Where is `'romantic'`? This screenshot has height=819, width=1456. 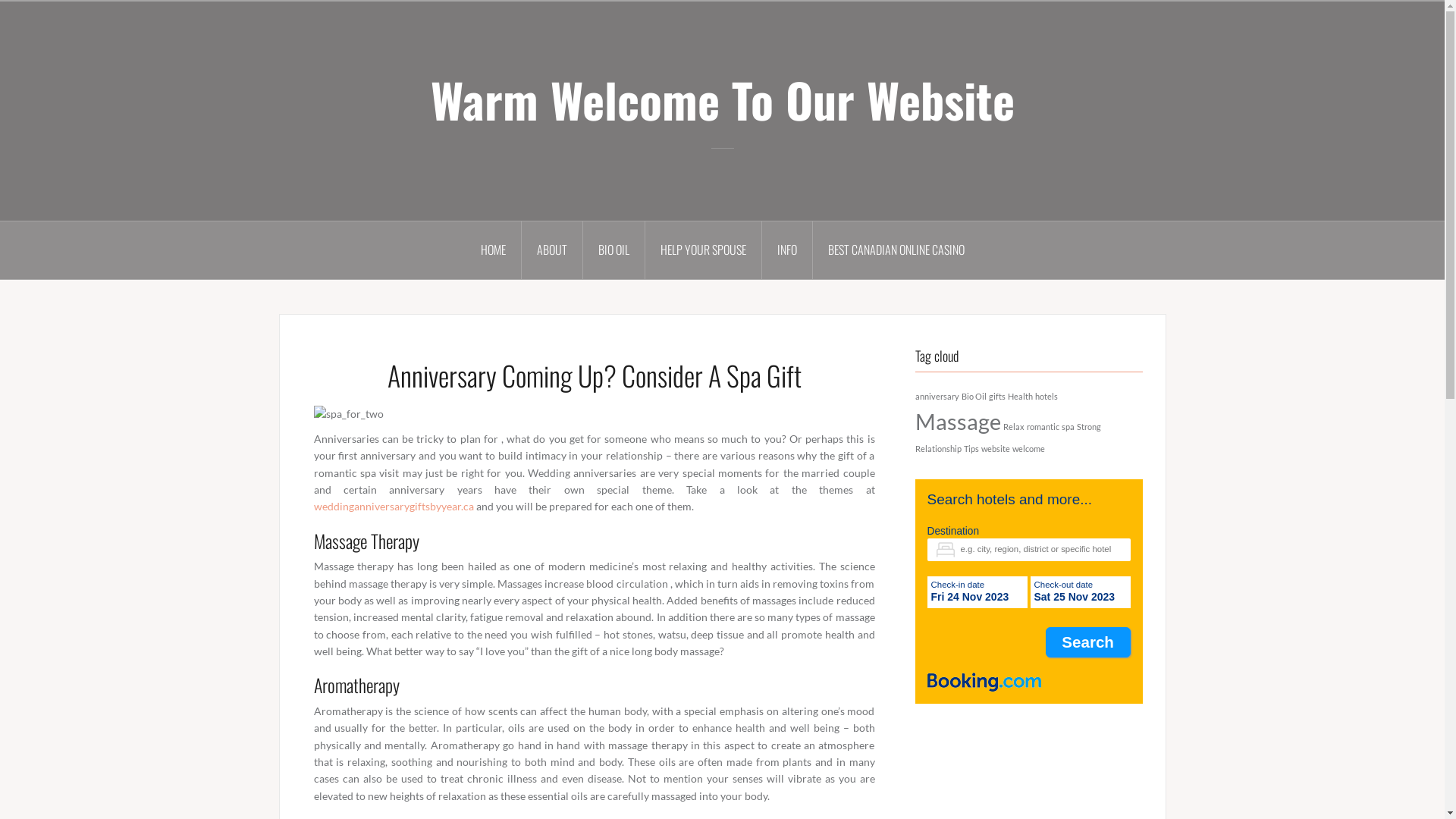
'romantic' is located at coordinates (1042, 426).